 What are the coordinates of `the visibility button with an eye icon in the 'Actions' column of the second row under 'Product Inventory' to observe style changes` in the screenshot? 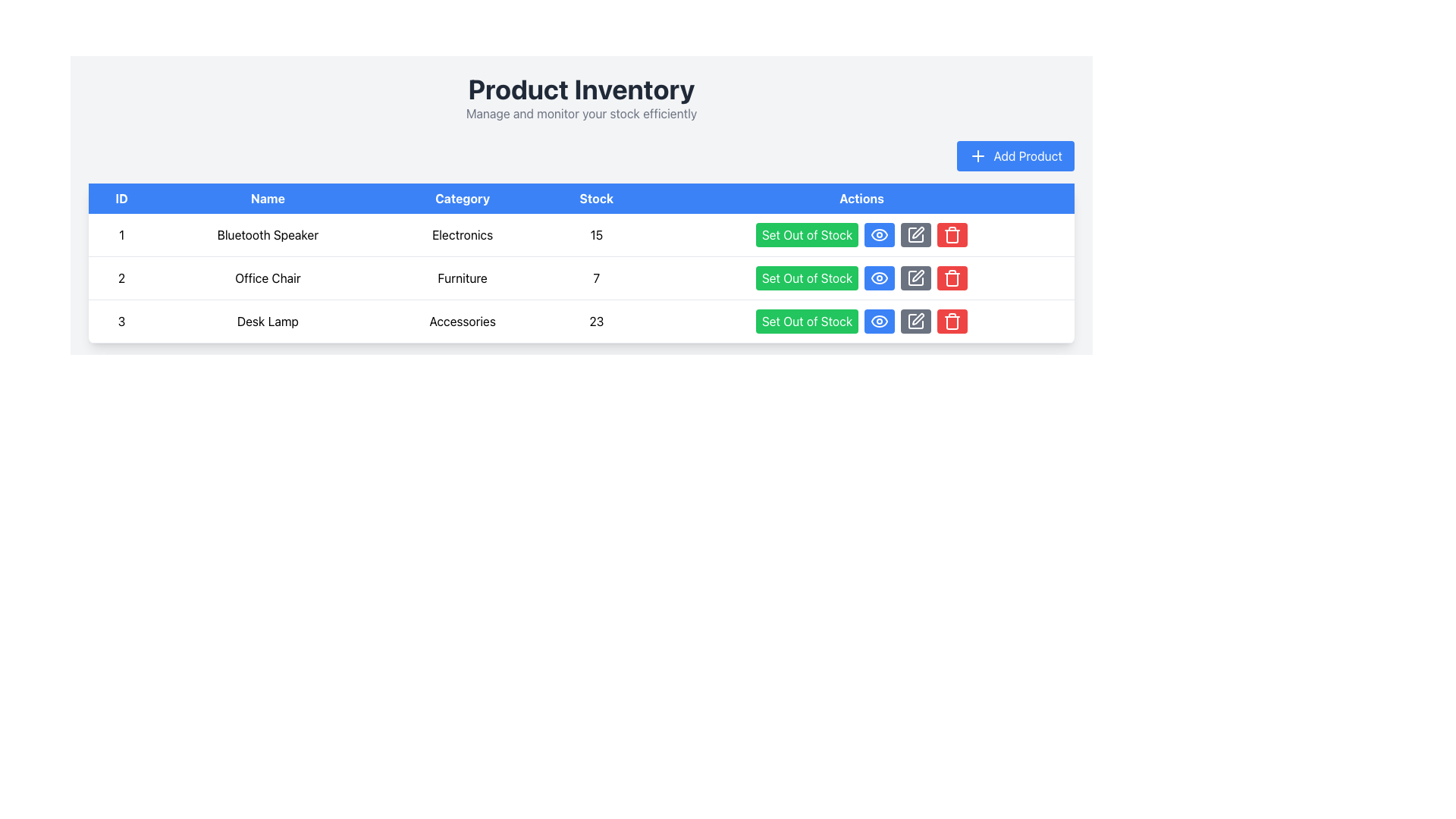 It's located at (880, 278).